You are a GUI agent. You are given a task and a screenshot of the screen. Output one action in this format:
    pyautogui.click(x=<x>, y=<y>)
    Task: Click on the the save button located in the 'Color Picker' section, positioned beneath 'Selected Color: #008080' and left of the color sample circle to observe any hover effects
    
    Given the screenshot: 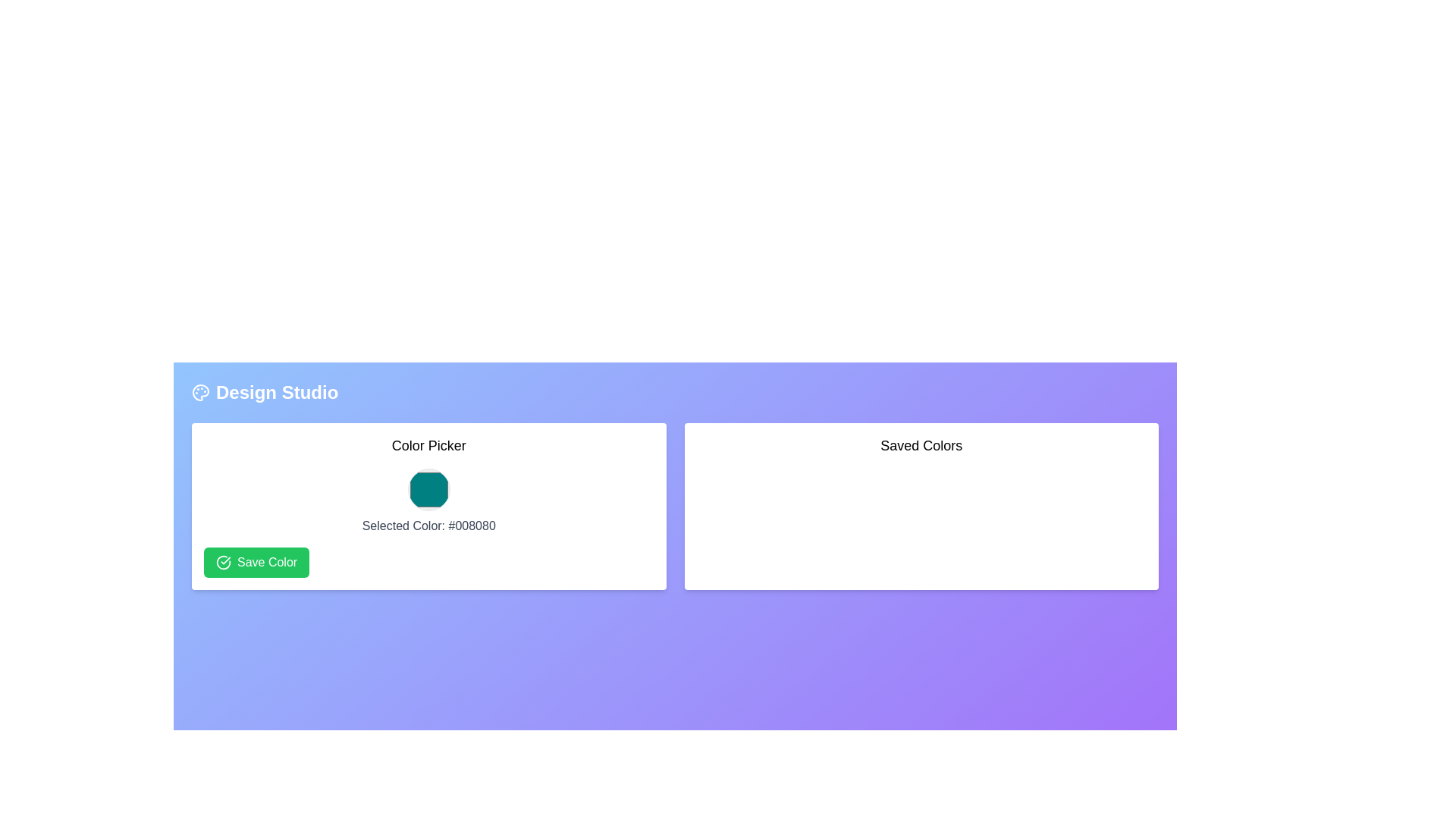 What is the action you would take?
    pyautogui.click(x=256, y=562)
    